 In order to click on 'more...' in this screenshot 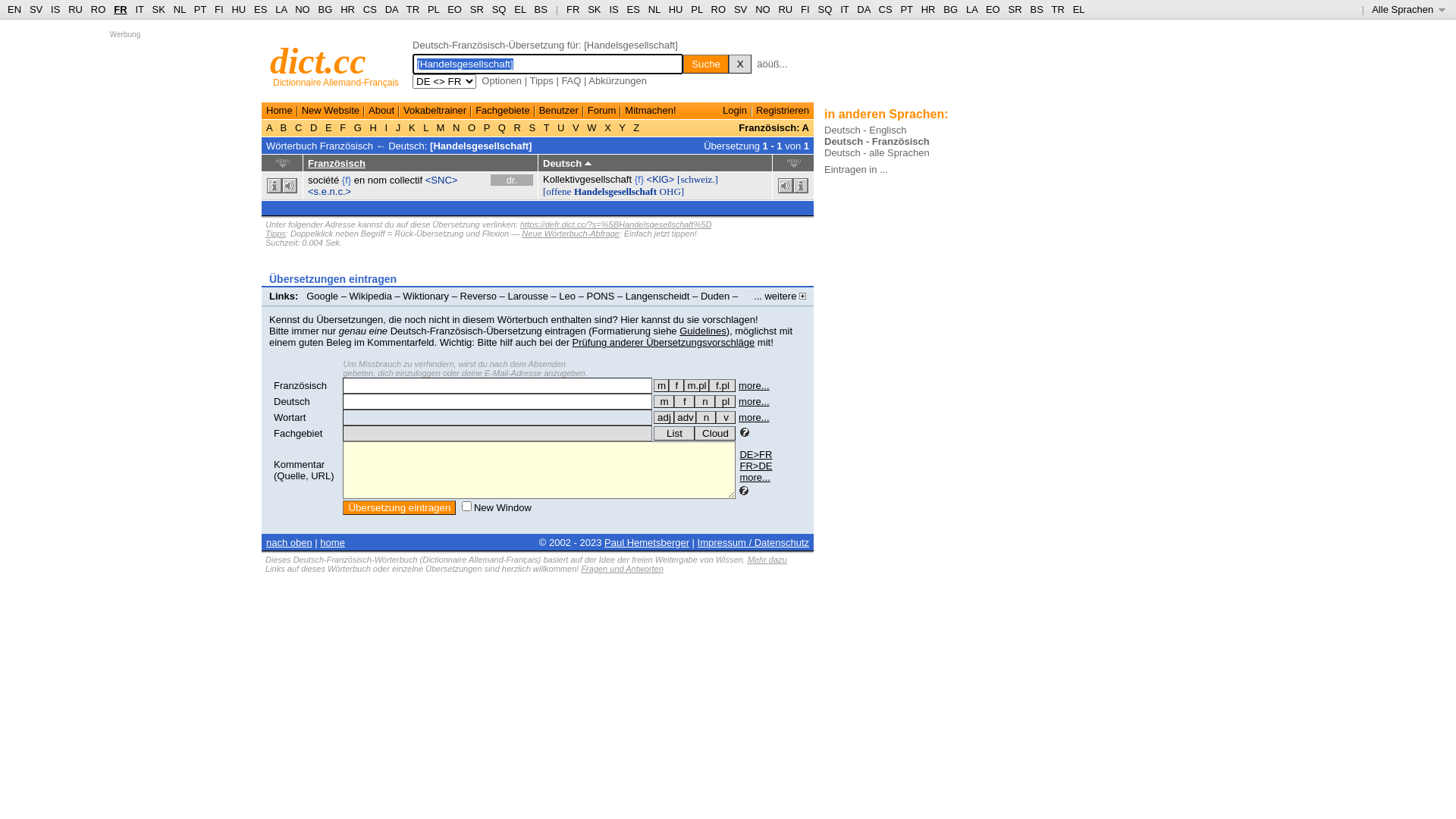, I will do `click(754, 476)`.